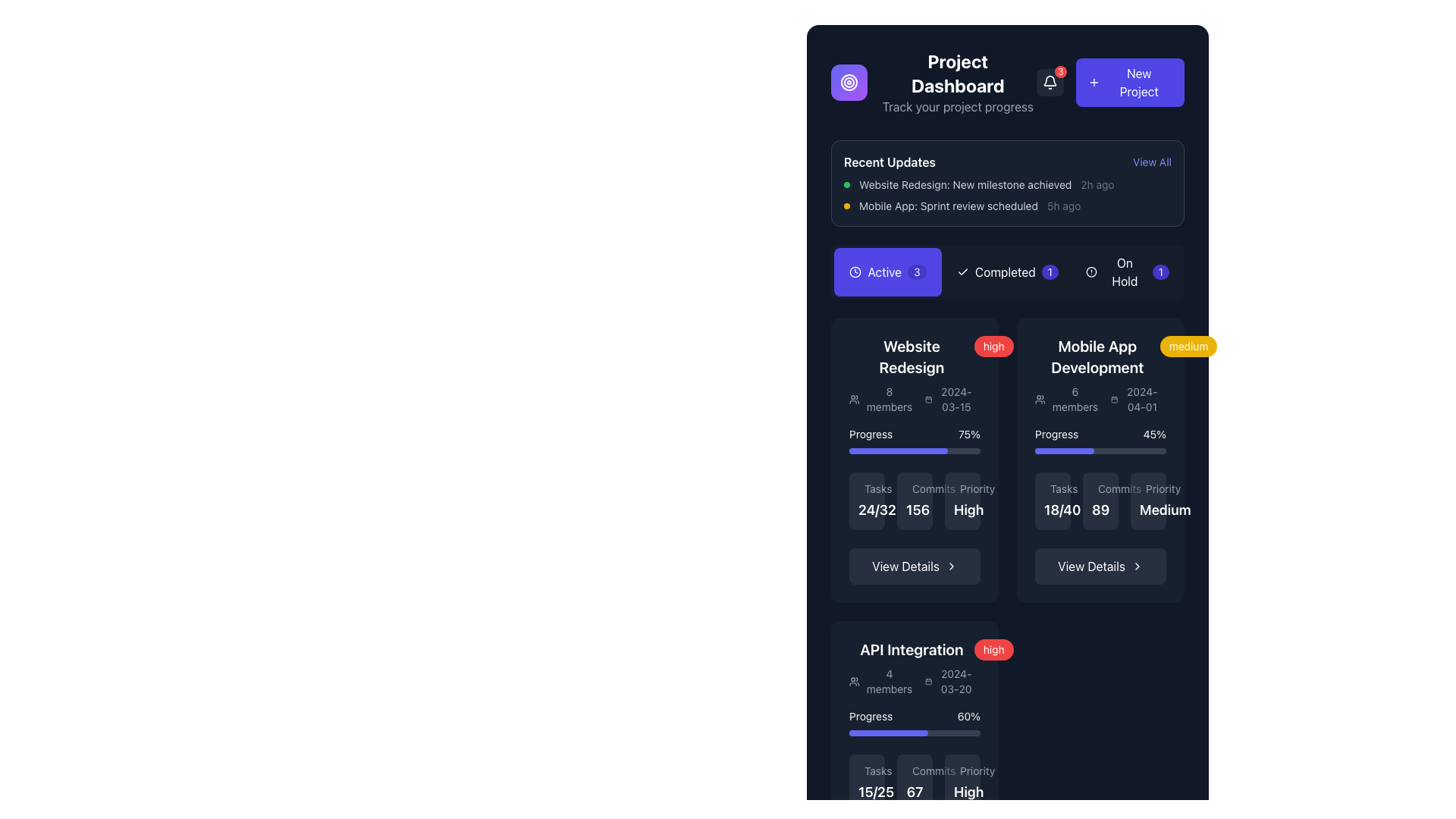 The height and width of the screenshot is (819, 1456). What do you see at coordinates (855, 271) in the screenshot?
I see `the central circular SVG component within the clock icon located adjacent to the 'Active' tab indicator in the project dashboard interface` at bounding box center [855, 271].